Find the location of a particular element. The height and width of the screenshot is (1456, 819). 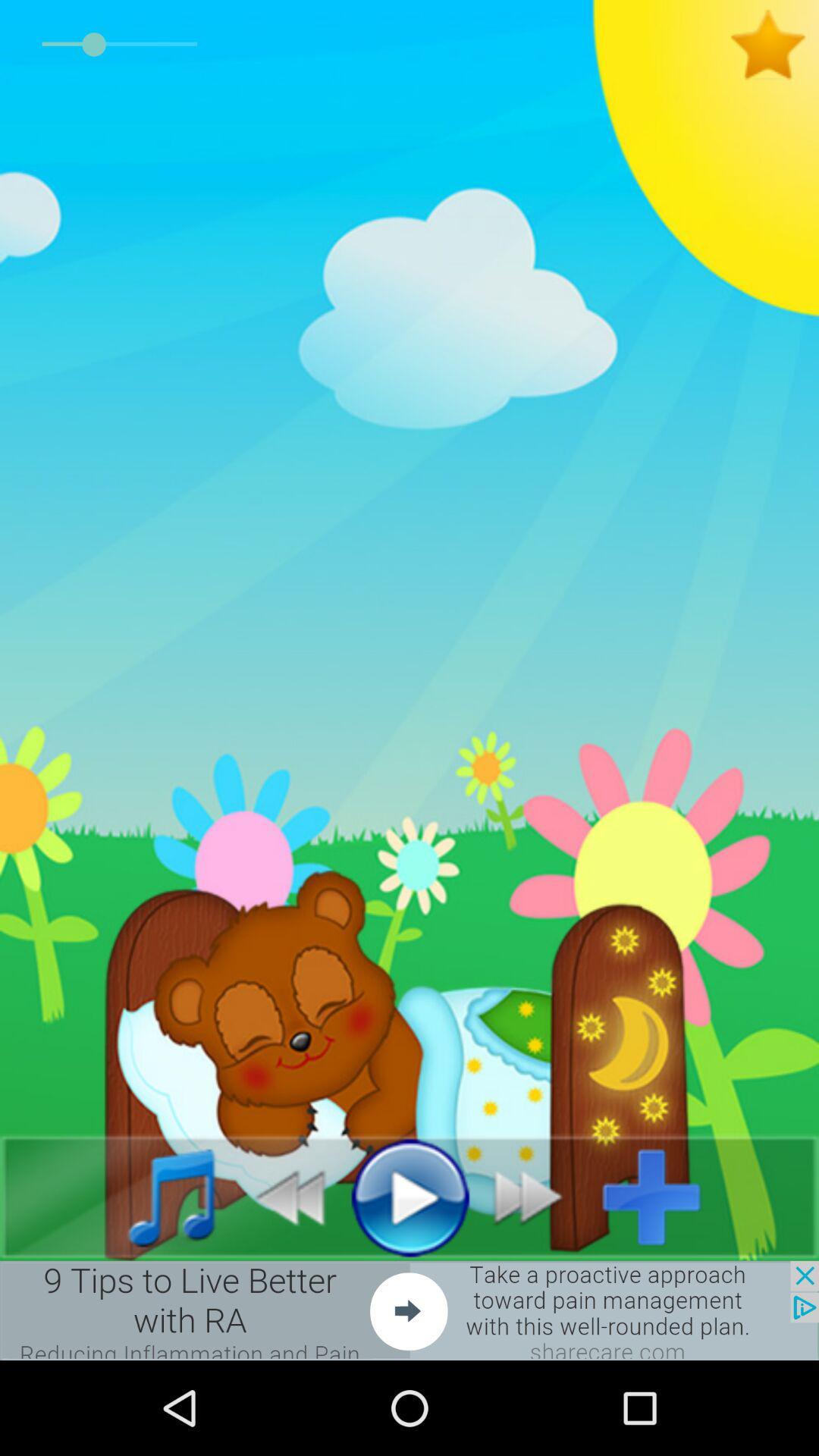

music is located at coordinates (155, 1196).